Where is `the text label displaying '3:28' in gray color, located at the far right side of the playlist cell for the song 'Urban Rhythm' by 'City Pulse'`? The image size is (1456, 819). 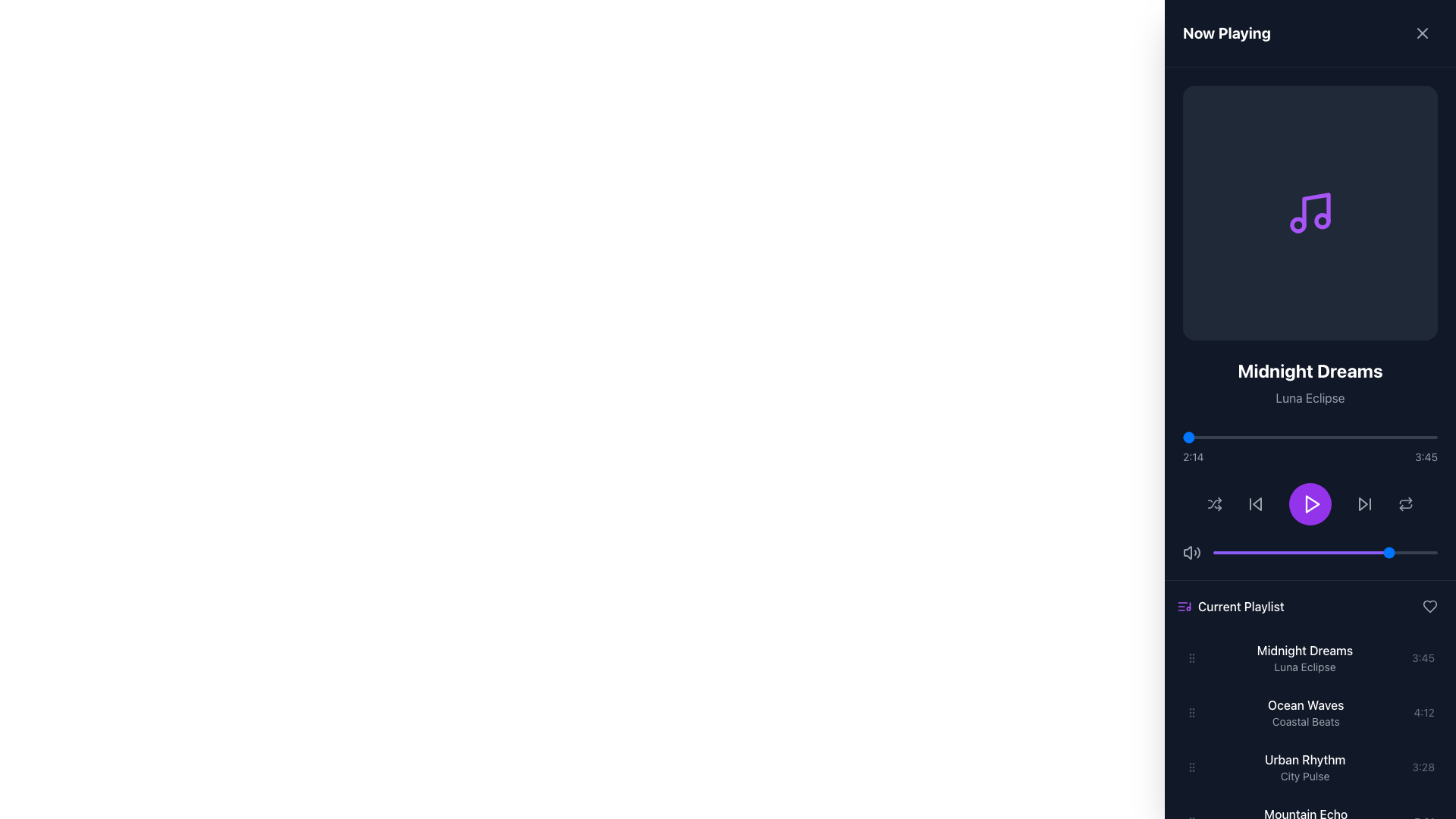 the text label displaying '3:28' in gray color, located at the far right side of the playlist cell for the song 'Urban Rhythm' by 'City Pulse' is located at coordinates (1423, 767).